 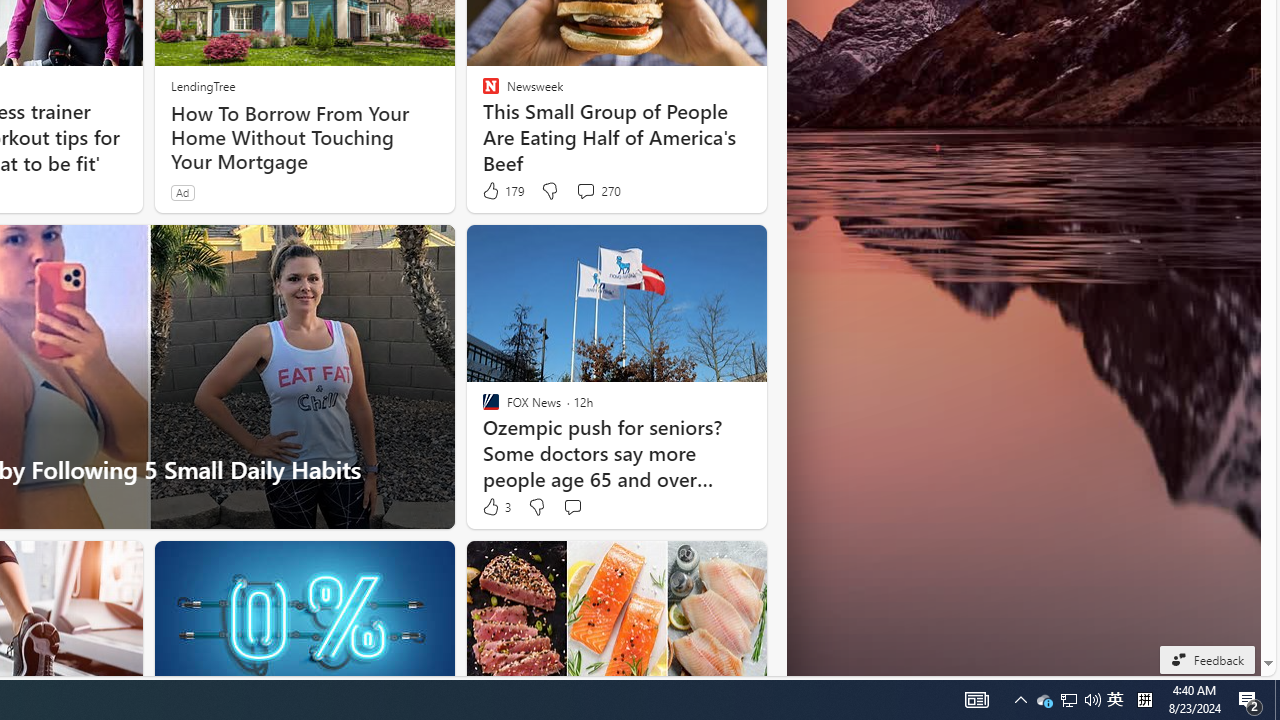 What do you see at coordinates (596, 191) in the screenshot?
I see `'View comments 270 Comment'` at bounding box center [596, 191].